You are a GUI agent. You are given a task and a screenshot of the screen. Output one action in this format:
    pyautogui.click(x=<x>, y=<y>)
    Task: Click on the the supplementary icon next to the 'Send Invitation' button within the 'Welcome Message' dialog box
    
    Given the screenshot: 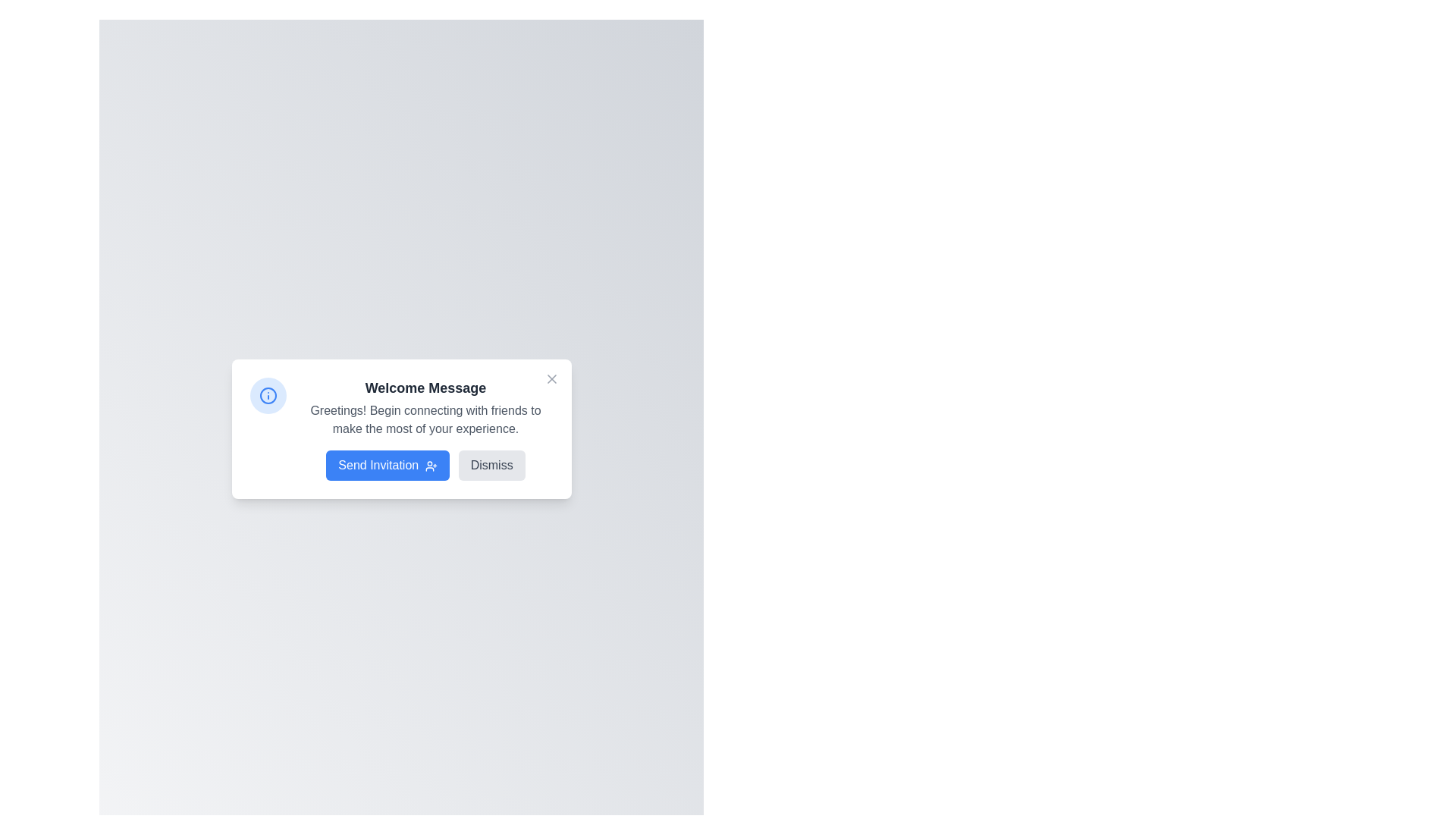 What is the action you would take?
    pyautogui.click(x=430, y=465)
    